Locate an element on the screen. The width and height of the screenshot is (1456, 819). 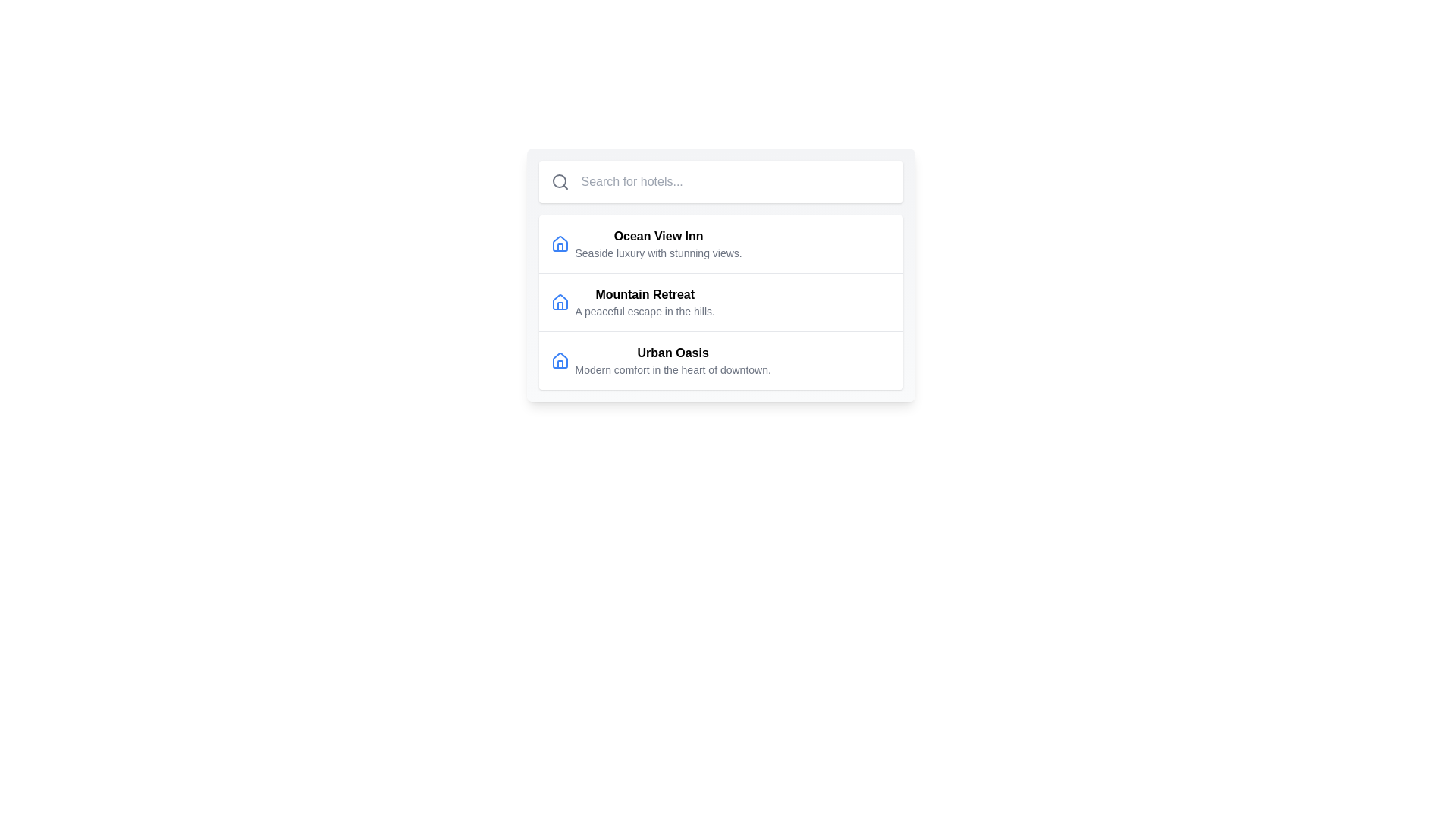
the second item in the vertically aligned list of three items, which provides a summary of information is located at coordinates (645, 302).